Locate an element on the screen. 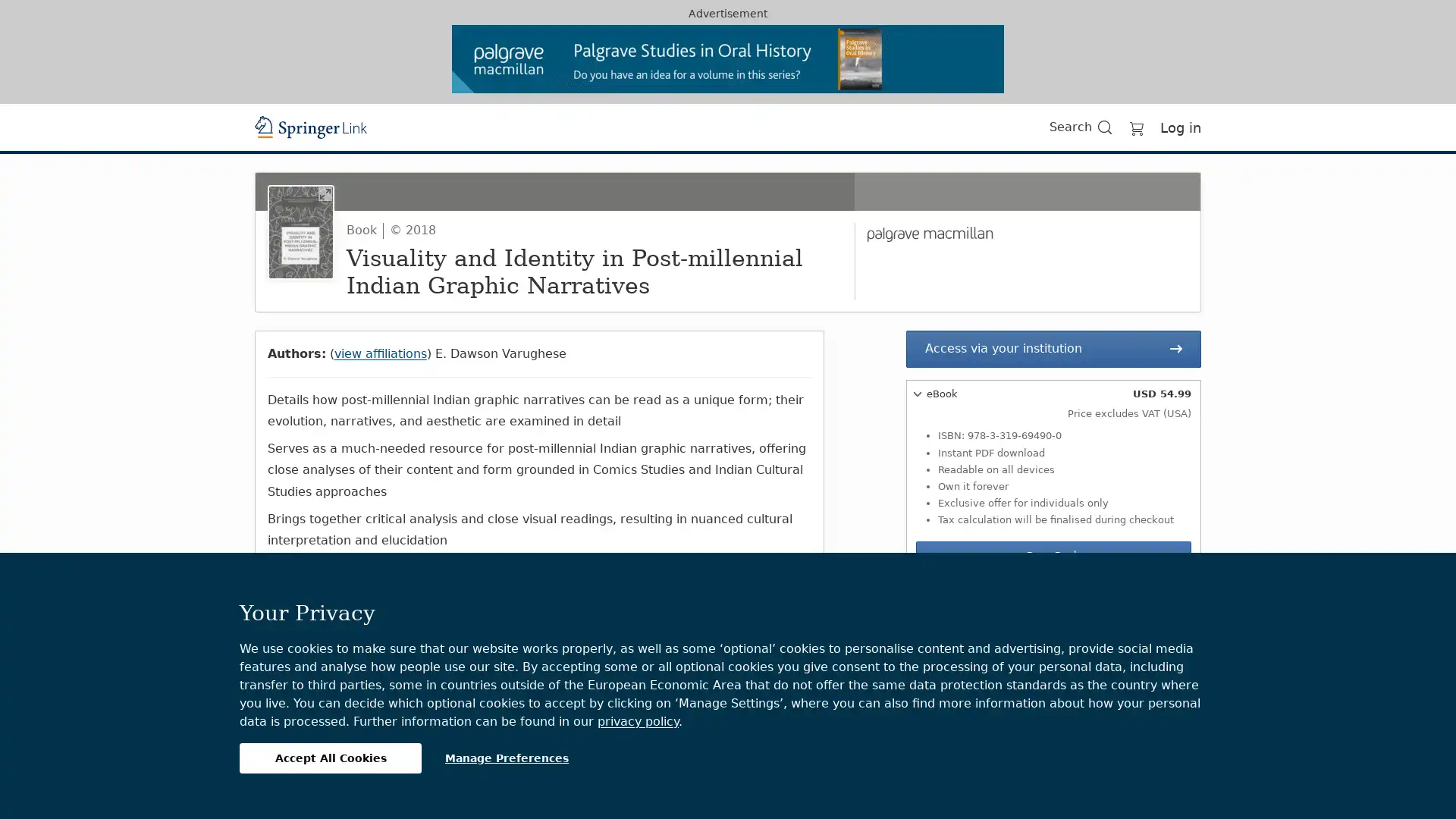 The image size is (1456, 819). Accept All Cookies is located at coordinates (330, 758).